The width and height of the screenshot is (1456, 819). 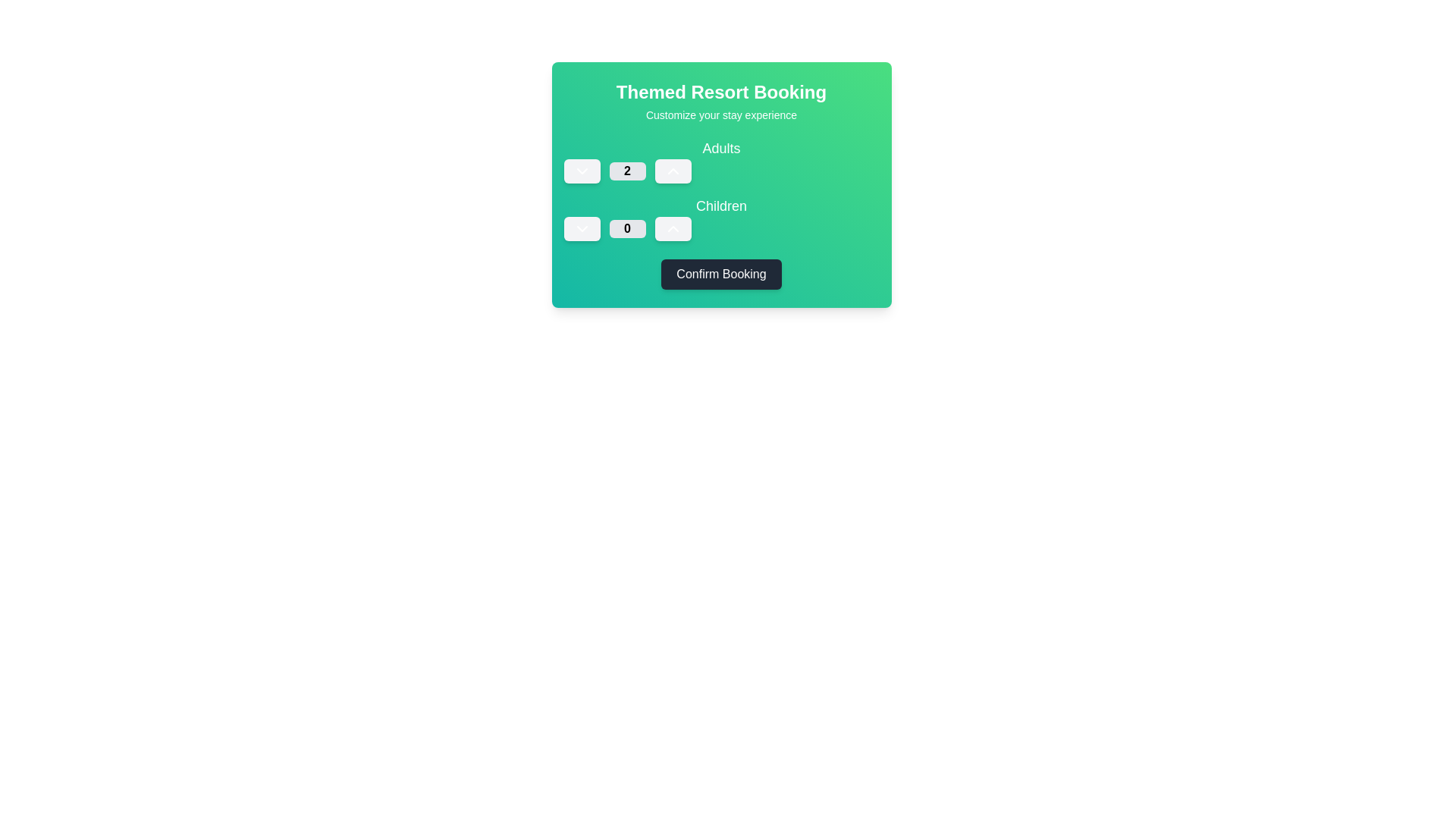 What do you see at coordinates (720, 93) in the screenshot?
I see `the prominently displayed text element reading 'Themed Resort Booking' for reading` at bounding box center [720, 93].